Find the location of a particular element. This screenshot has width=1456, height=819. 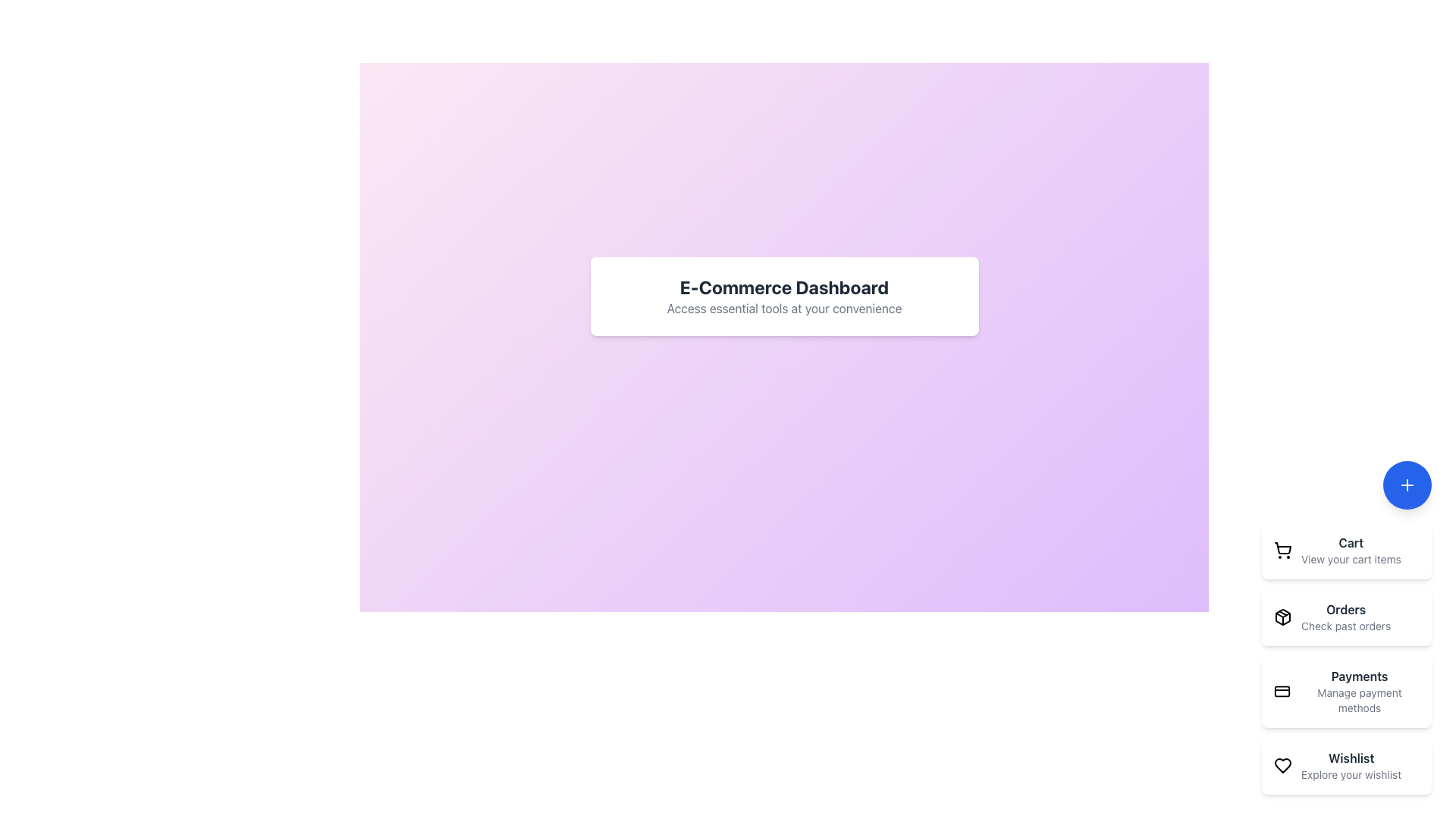

the heart outline icon, which is part of the 'Wishlist' feature located at the far left of the interactive component in the menu is located at coordinates (1282, 766).